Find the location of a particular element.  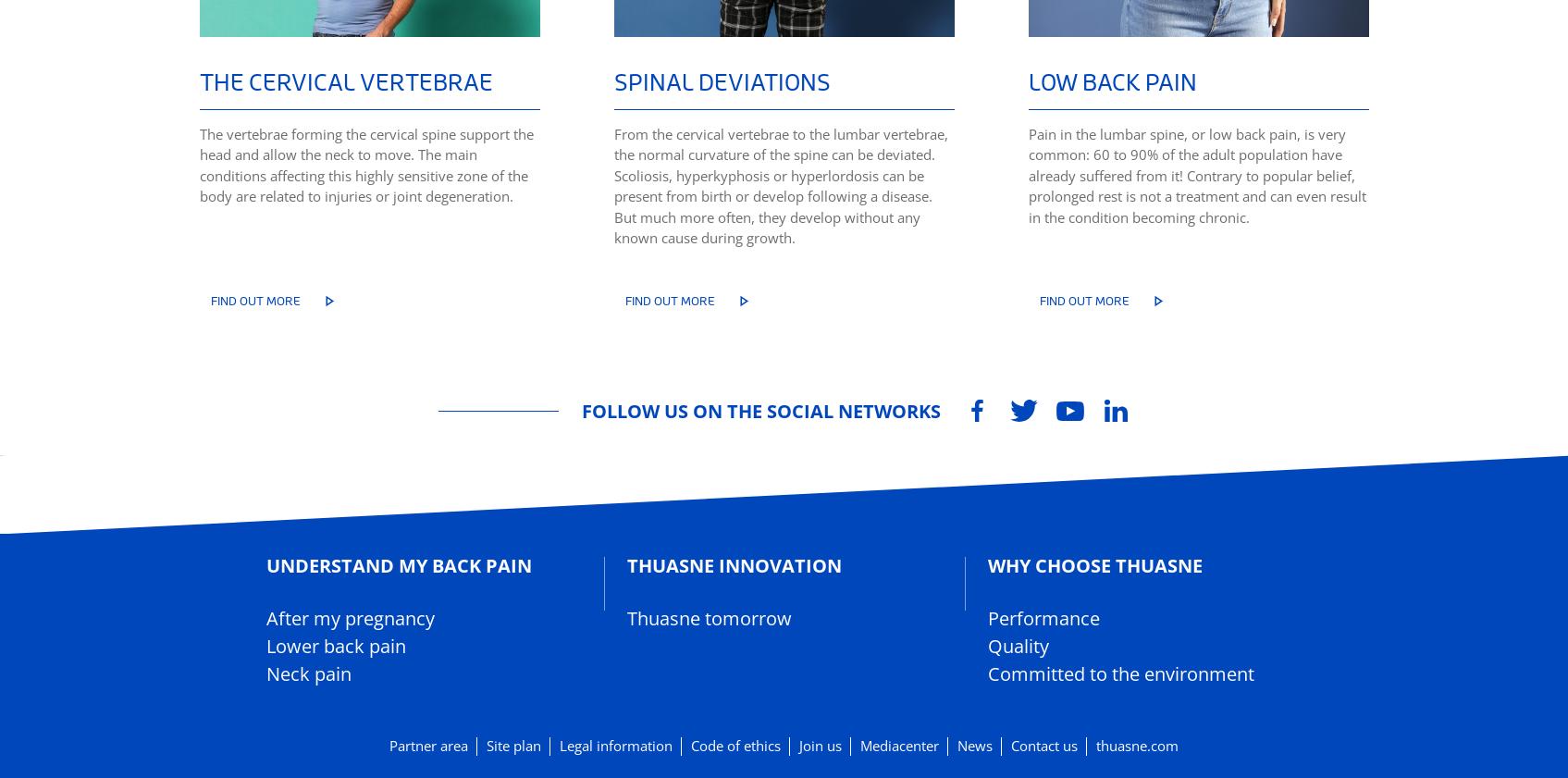

'News' is located at coordinates (974, 746).